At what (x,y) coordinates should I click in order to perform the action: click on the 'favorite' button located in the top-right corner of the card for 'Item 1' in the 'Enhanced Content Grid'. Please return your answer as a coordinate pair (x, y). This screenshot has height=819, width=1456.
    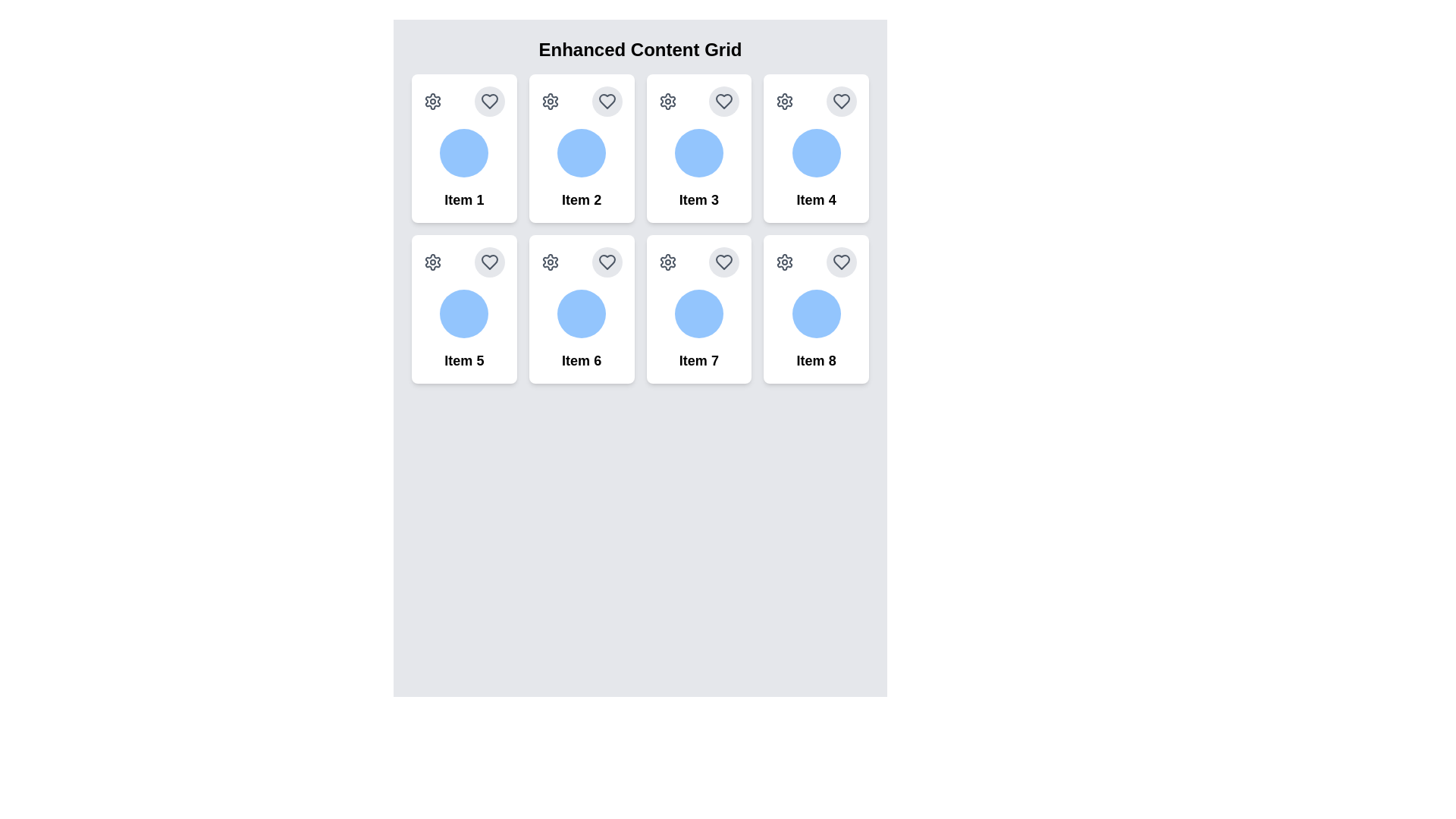
    Looking at the image, I should click on (489, 102).